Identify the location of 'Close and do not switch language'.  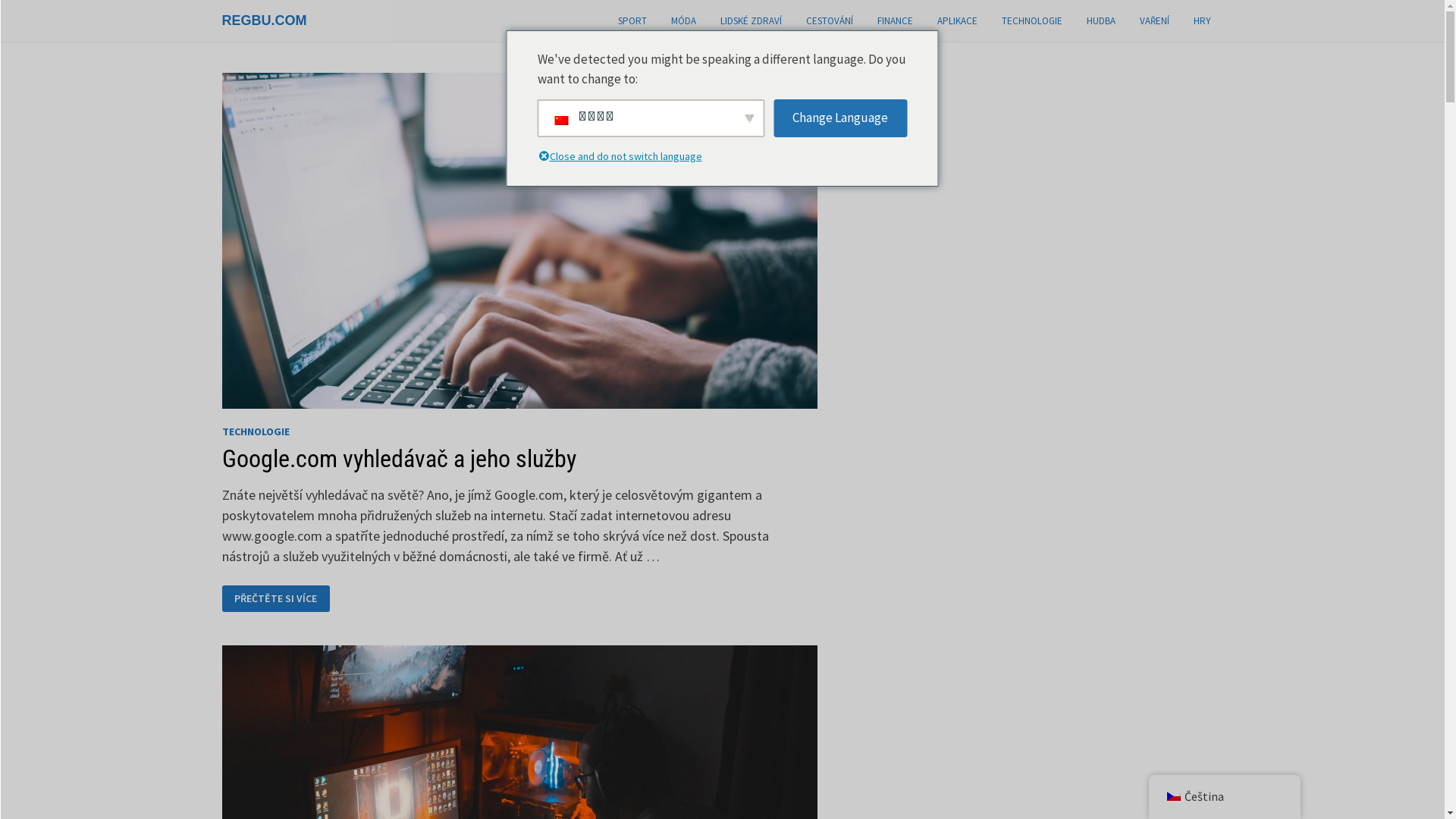
(542, 158).